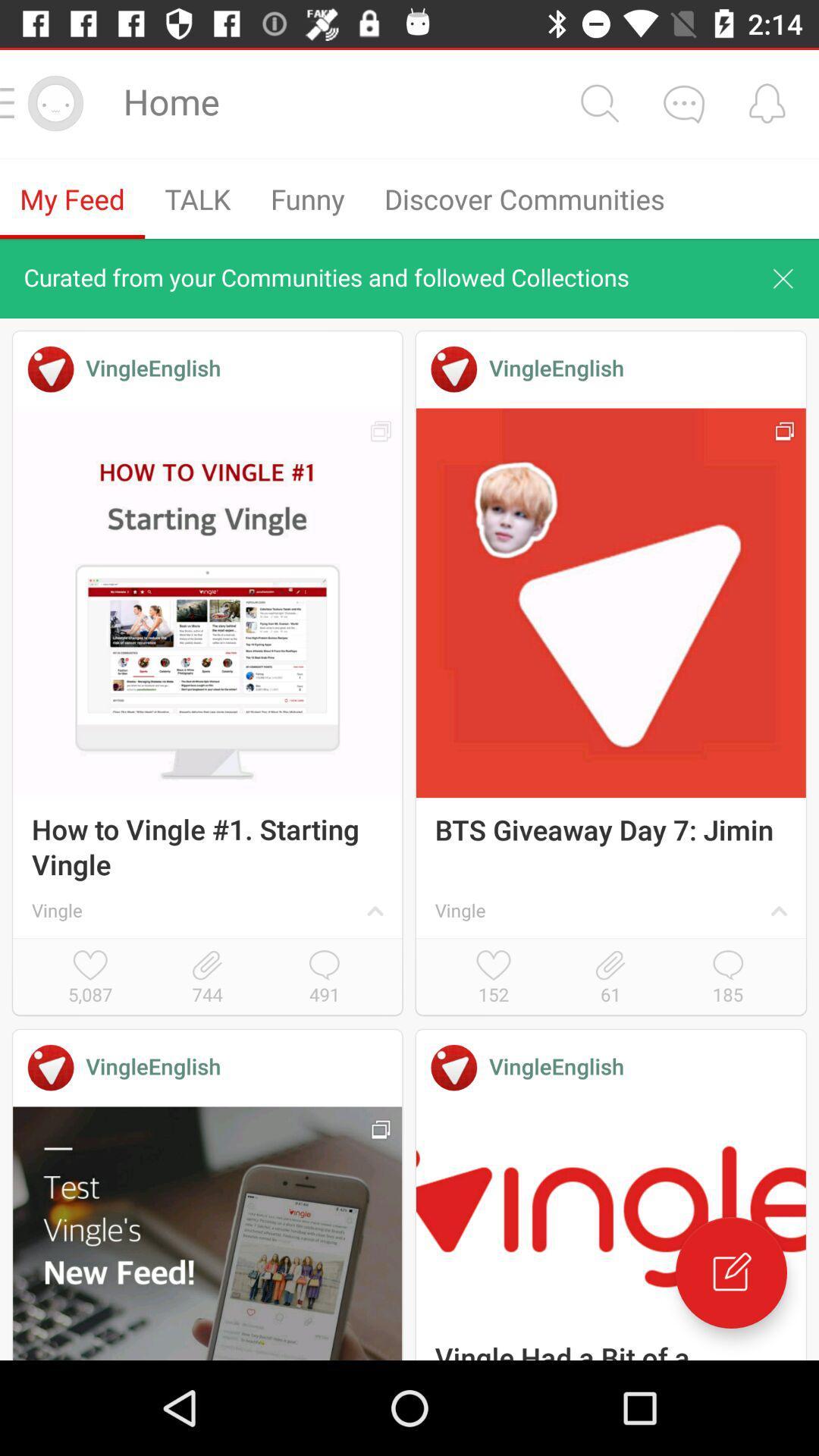 The image size is (819, 1456). What do you see at coordinates (730, 1272) in the screenshot?
I see `edit` at bounding box center [730, 1272].